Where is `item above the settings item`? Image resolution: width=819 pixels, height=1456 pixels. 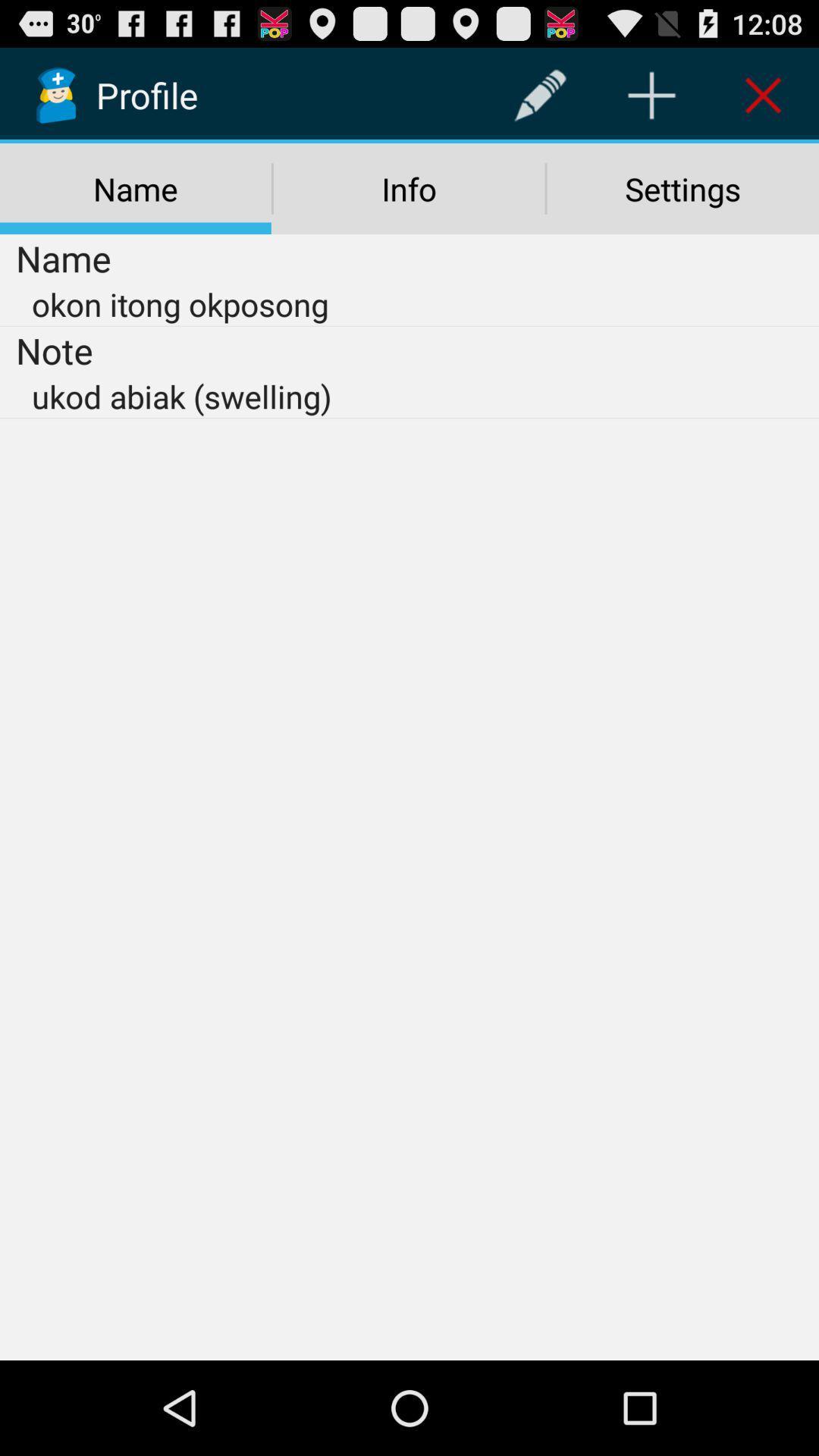 item above the settings item is located at coordinates (651, 94).